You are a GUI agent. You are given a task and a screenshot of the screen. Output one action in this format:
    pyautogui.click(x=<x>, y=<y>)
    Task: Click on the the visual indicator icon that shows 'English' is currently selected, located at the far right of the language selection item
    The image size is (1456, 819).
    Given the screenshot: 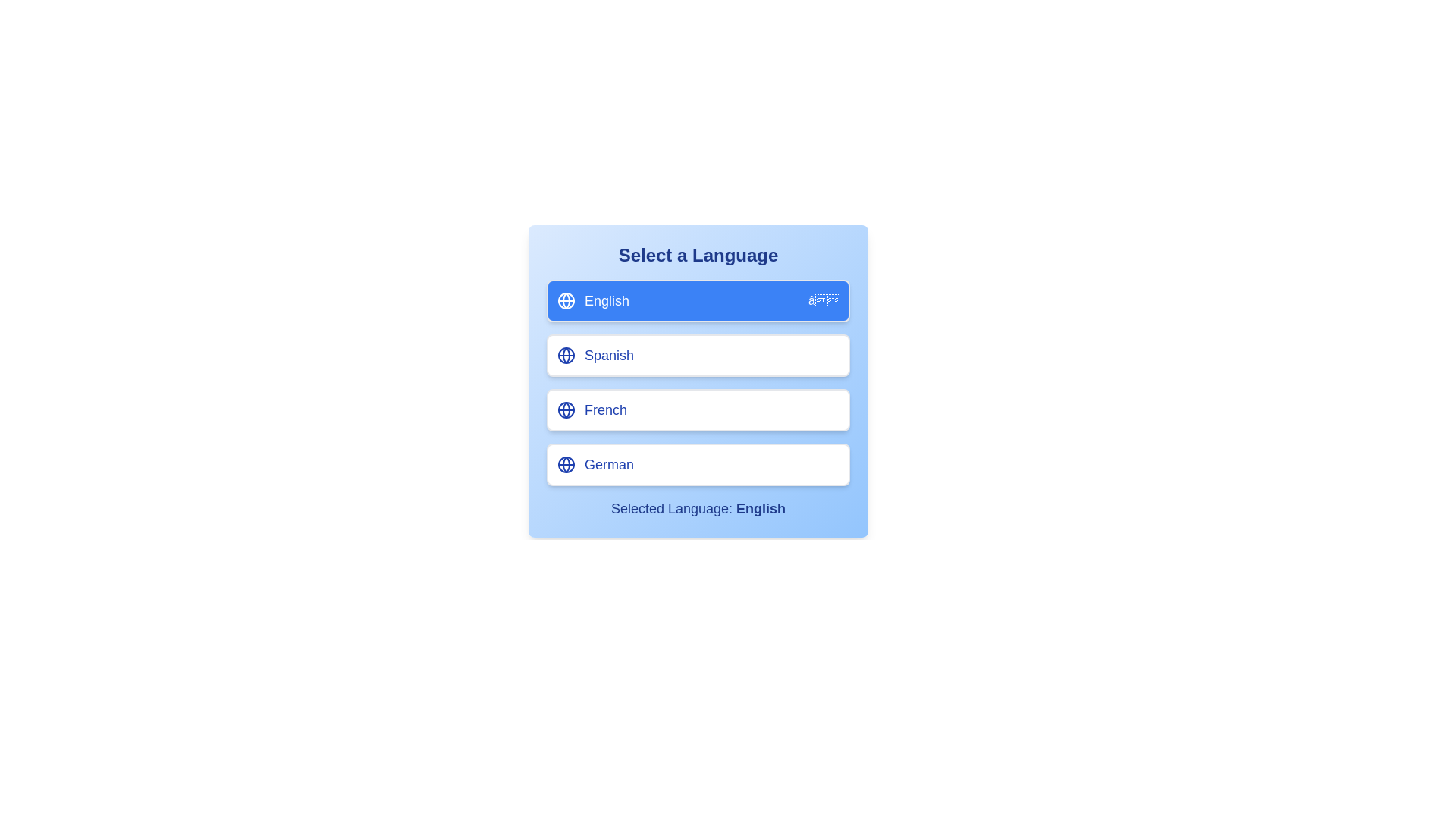 What is the action you would take?
    pyautogui.click(x=823, y=301)
    